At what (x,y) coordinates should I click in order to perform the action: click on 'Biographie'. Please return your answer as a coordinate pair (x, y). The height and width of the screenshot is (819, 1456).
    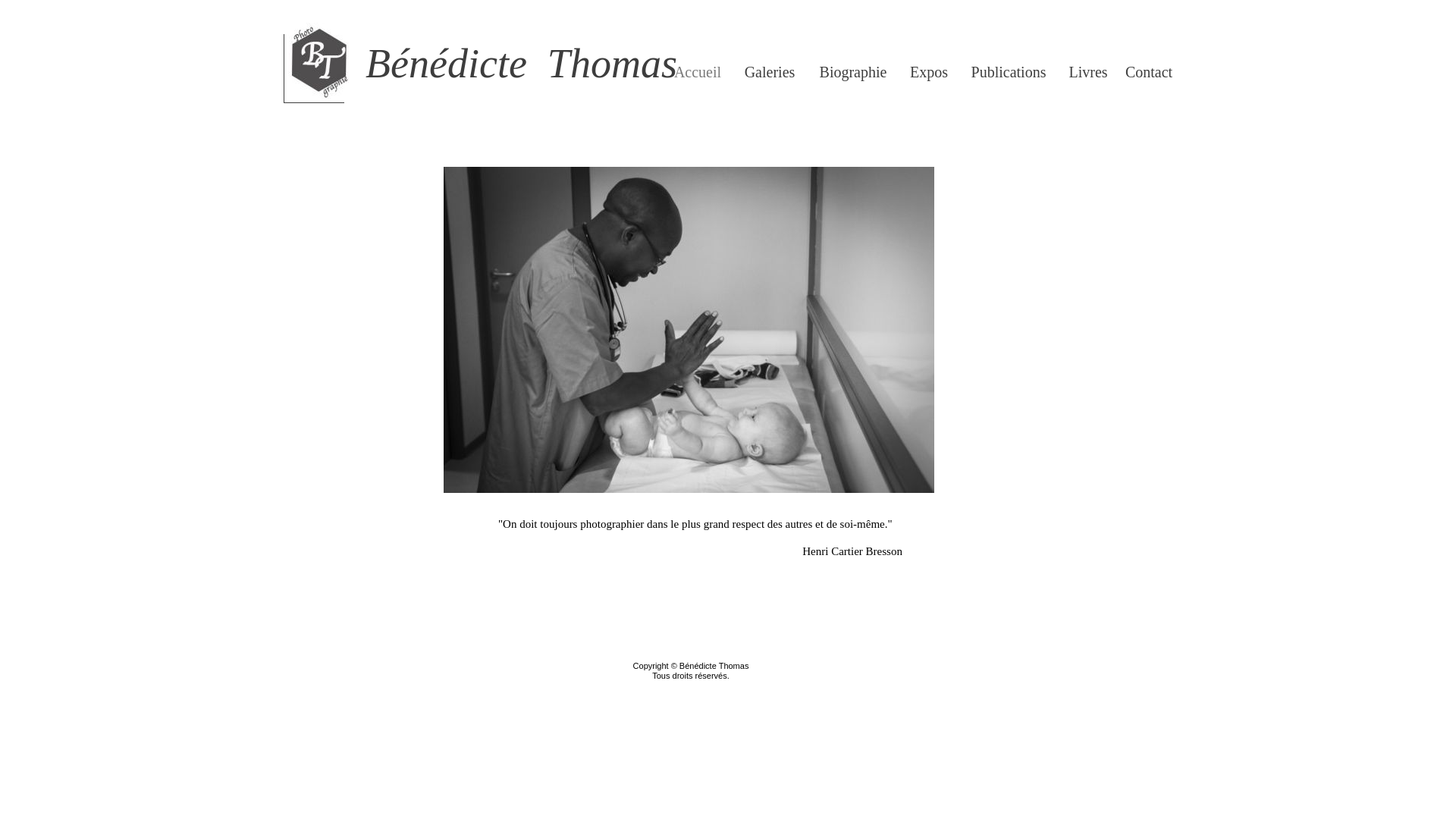
    Looking at the image, I should click on (852, 72).